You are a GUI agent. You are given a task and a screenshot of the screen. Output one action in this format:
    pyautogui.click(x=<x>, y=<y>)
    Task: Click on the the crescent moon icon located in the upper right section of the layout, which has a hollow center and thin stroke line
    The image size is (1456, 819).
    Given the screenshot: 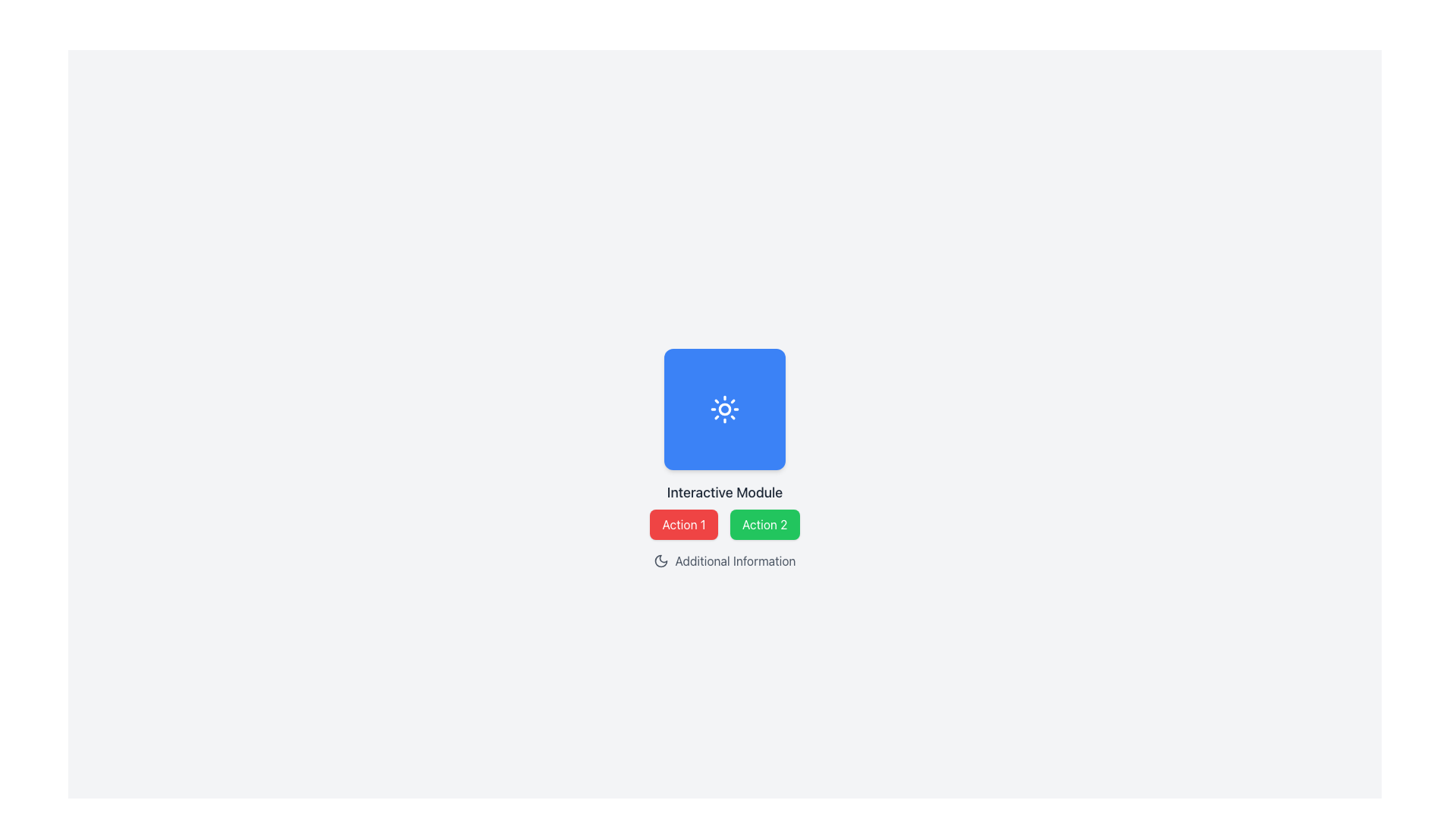 What is the action you would take?
    pyautogui.click(x=661, y=561)
    